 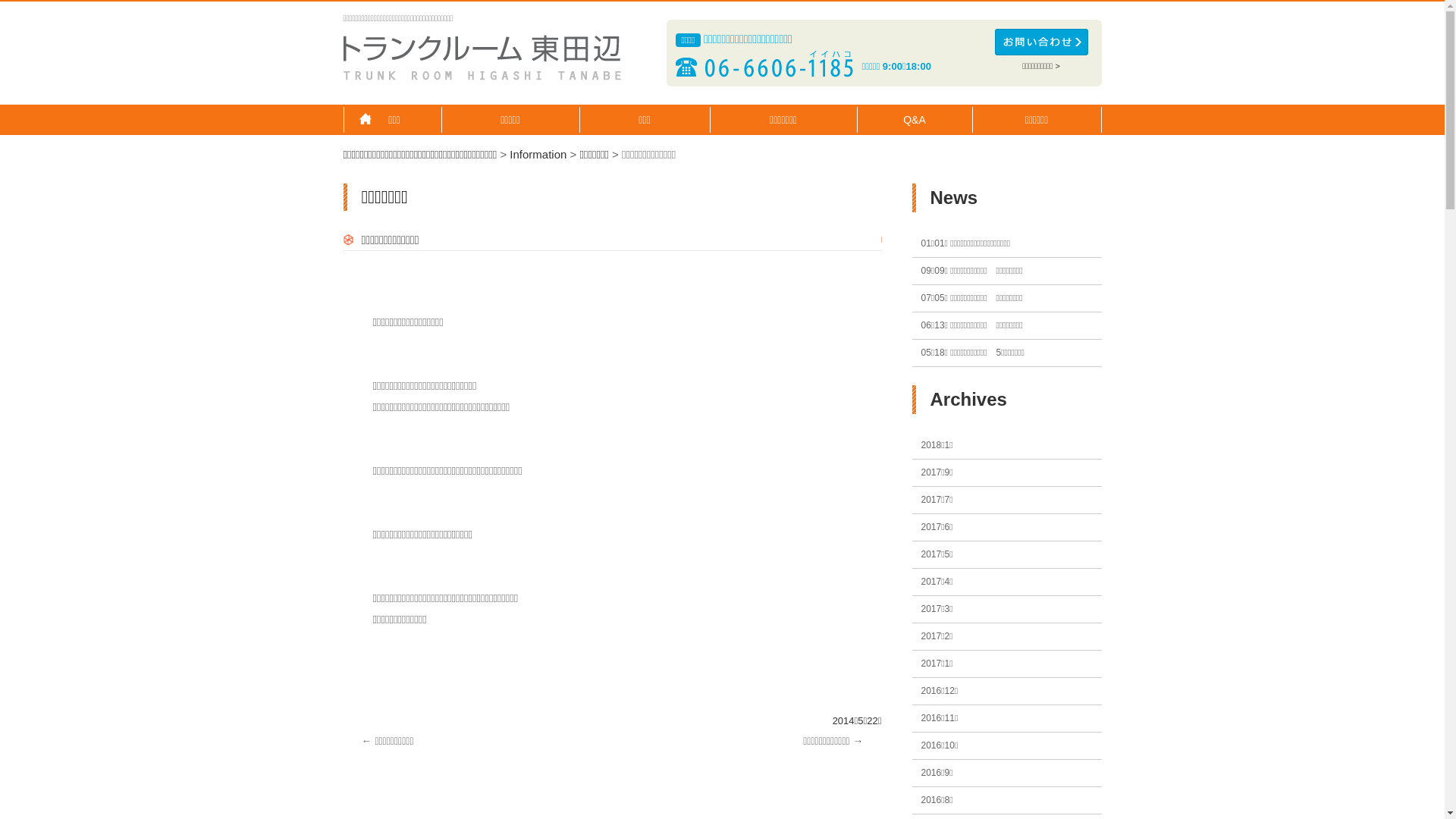 I want to click on 'Information', so click(x=510, y=154).